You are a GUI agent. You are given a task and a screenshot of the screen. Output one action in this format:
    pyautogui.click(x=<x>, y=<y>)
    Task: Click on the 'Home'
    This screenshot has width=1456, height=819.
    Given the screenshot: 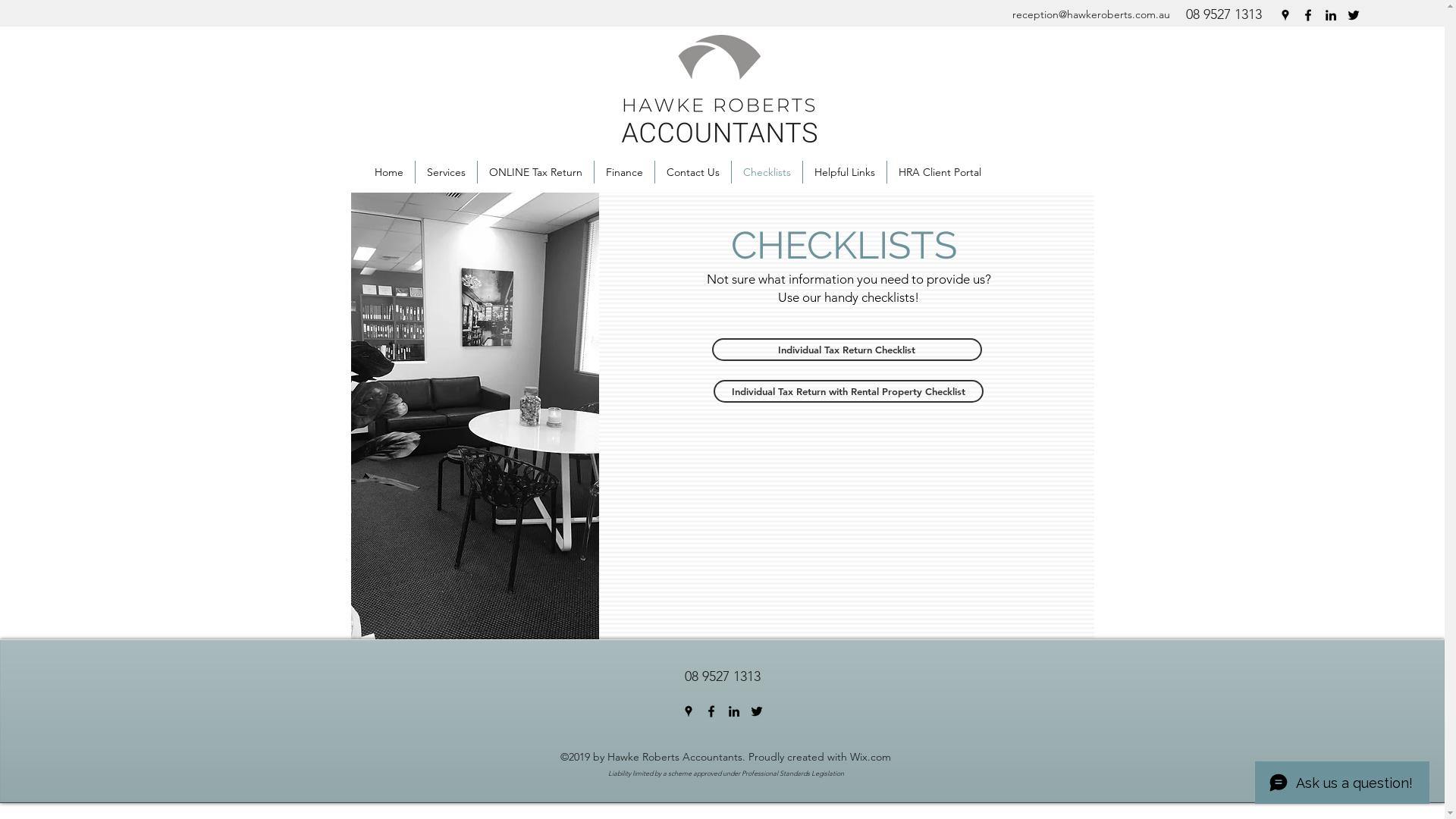 What is the action you would take?
    pyautogui.click(x=389, y=171)
    